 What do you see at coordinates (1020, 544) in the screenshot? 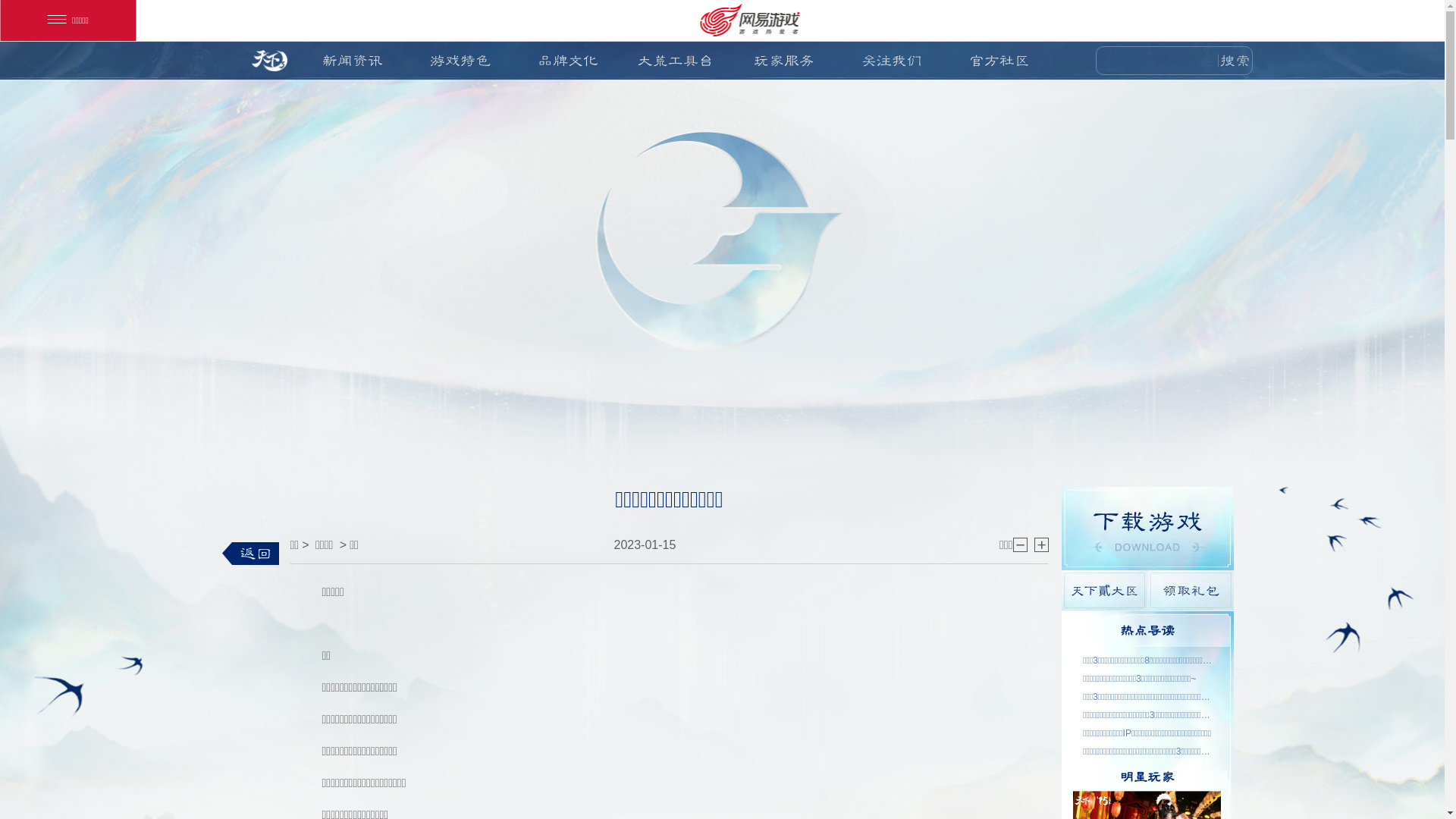
I see `'-'` at bounding box center [1020, 544].